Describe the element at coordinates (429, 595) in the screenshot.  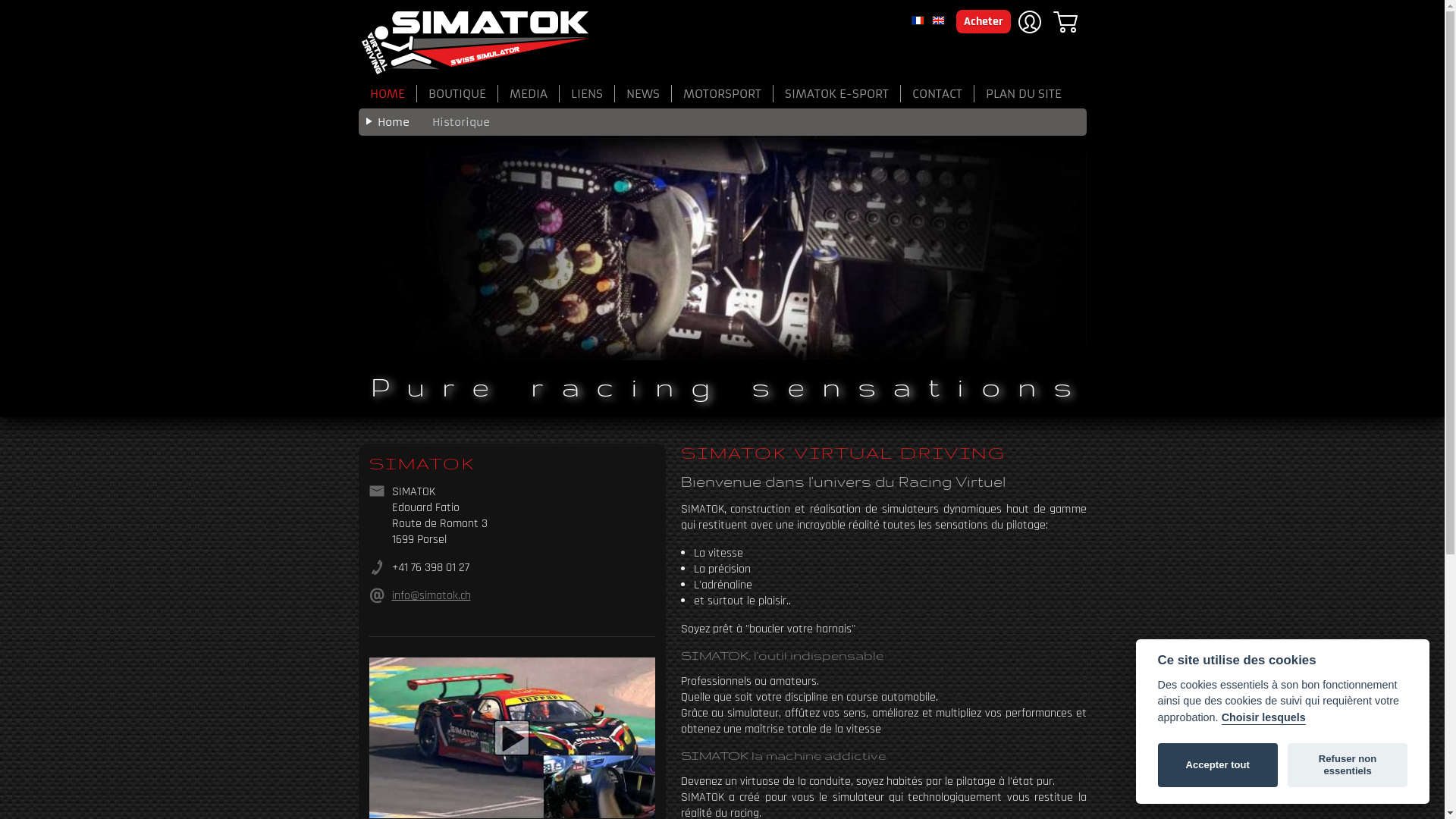
I see `'info@simatok.ch'` at that location.